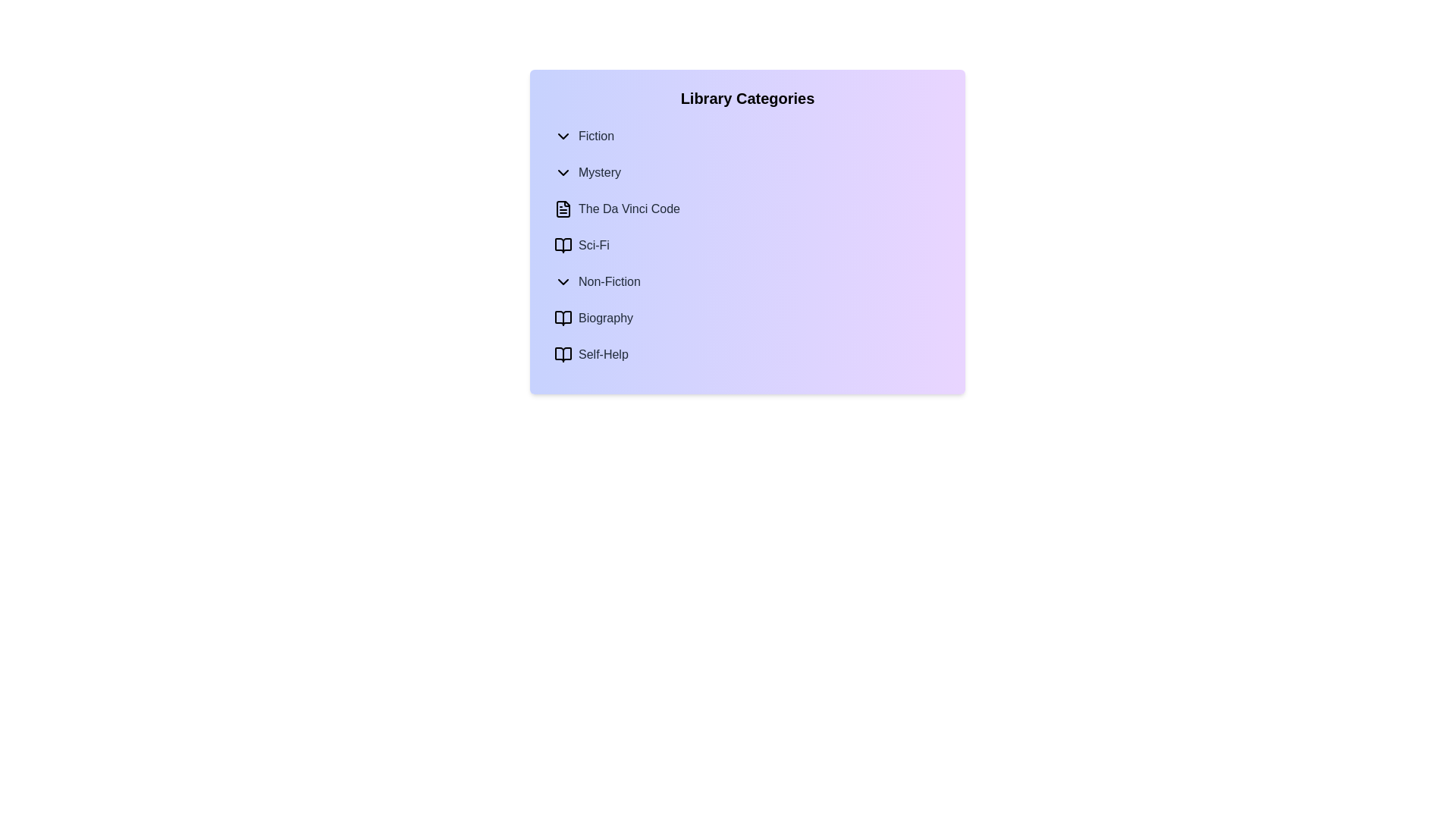 This screenshot has width=1456, height=819. I want to click on the Biography icon located next to the 'Biography' label in the Non-Fiction section of the navigation menu, so click(563, 318).